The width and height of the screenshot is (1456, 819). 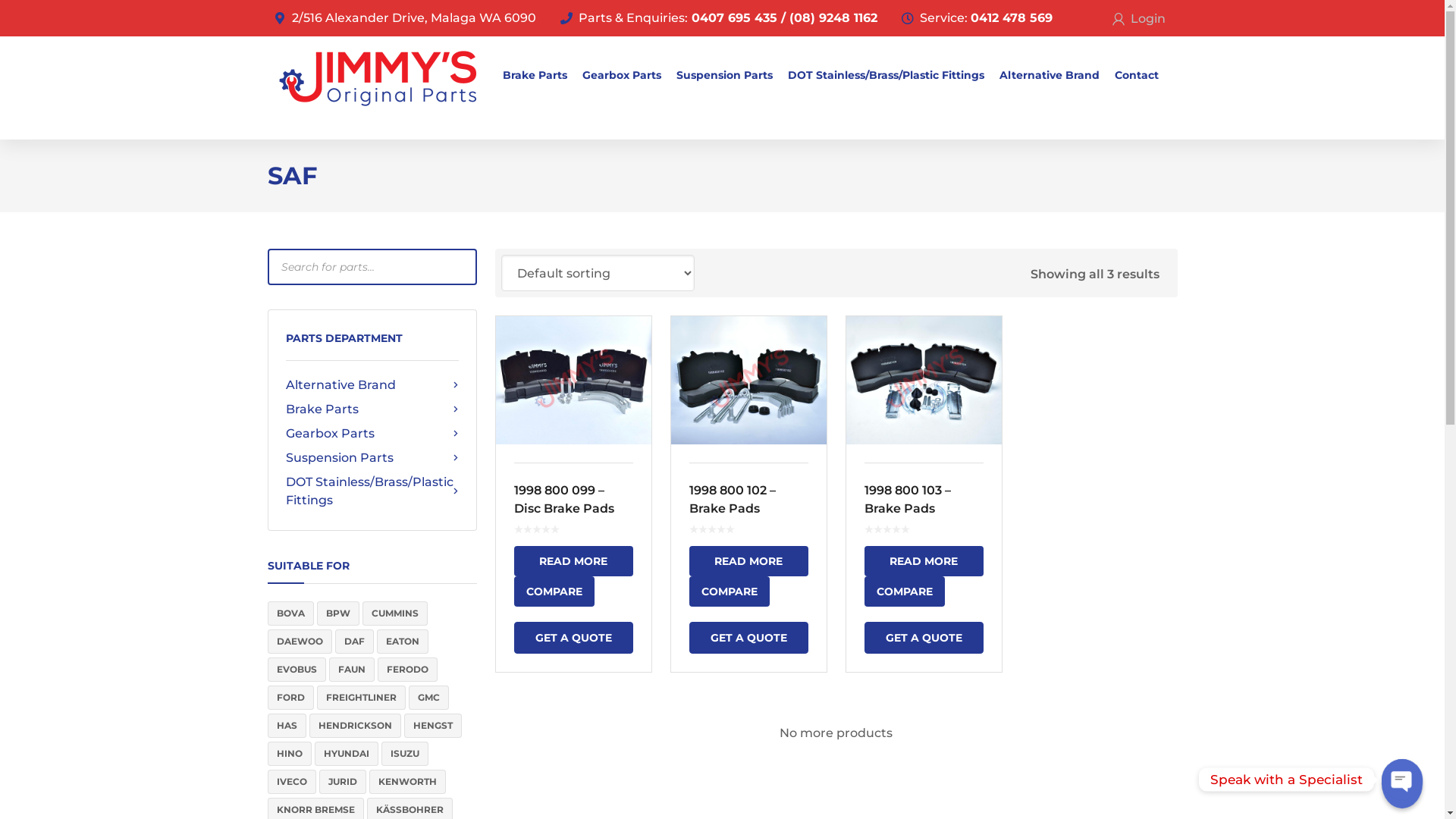 What do you see at coordinates (337, 613) in the screenshot?
I see `'BPW'` at bounding box center [337, 613].